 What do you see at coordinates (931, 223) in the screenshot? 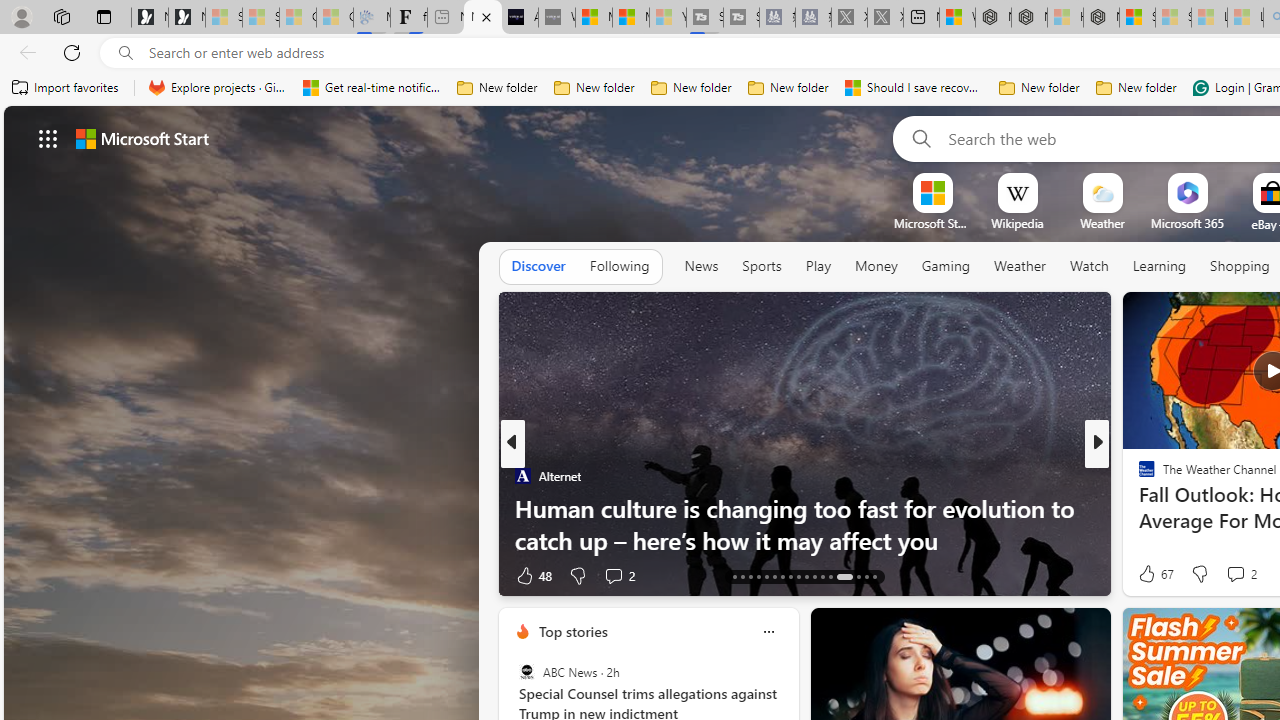
I see `'Microsoft Start Sports'` at bounding box center [931, 223].